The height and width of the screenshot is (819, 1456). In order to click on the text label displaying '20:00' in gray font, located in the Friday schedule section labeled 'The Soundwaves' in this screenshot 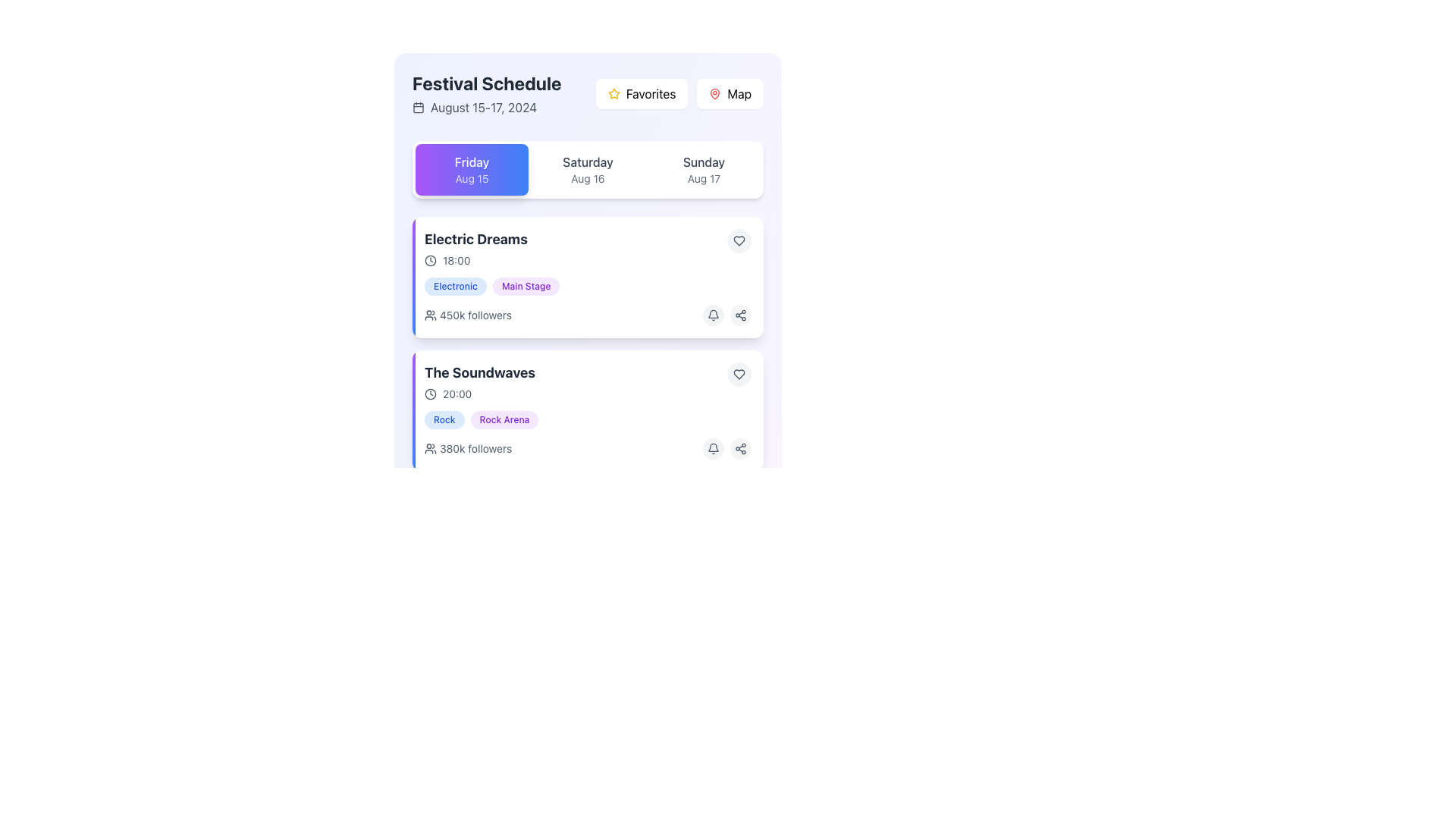, I will do `click(457, 394)`.